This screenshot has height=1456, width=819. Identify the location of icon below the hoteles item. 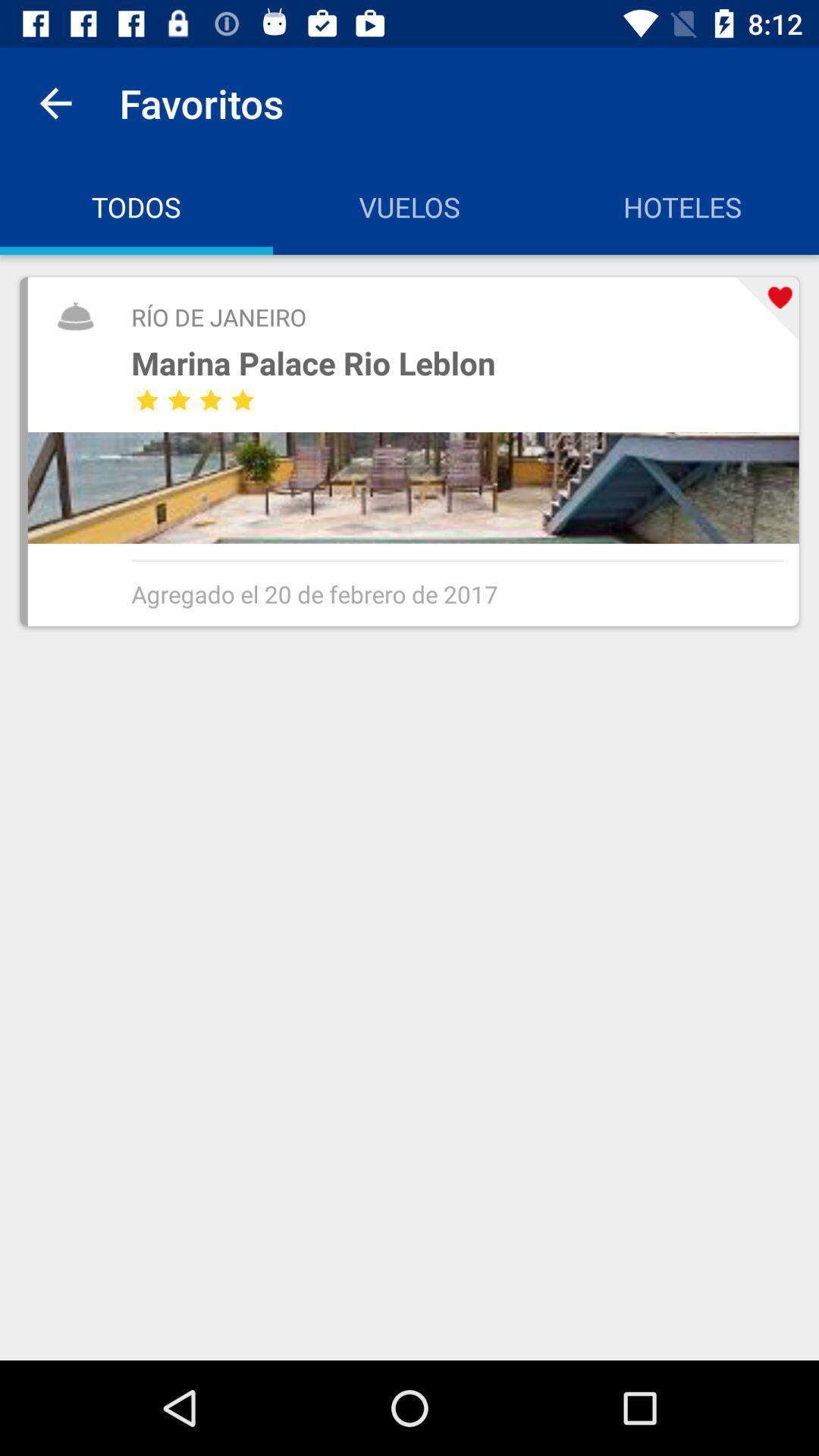
(767, 308).